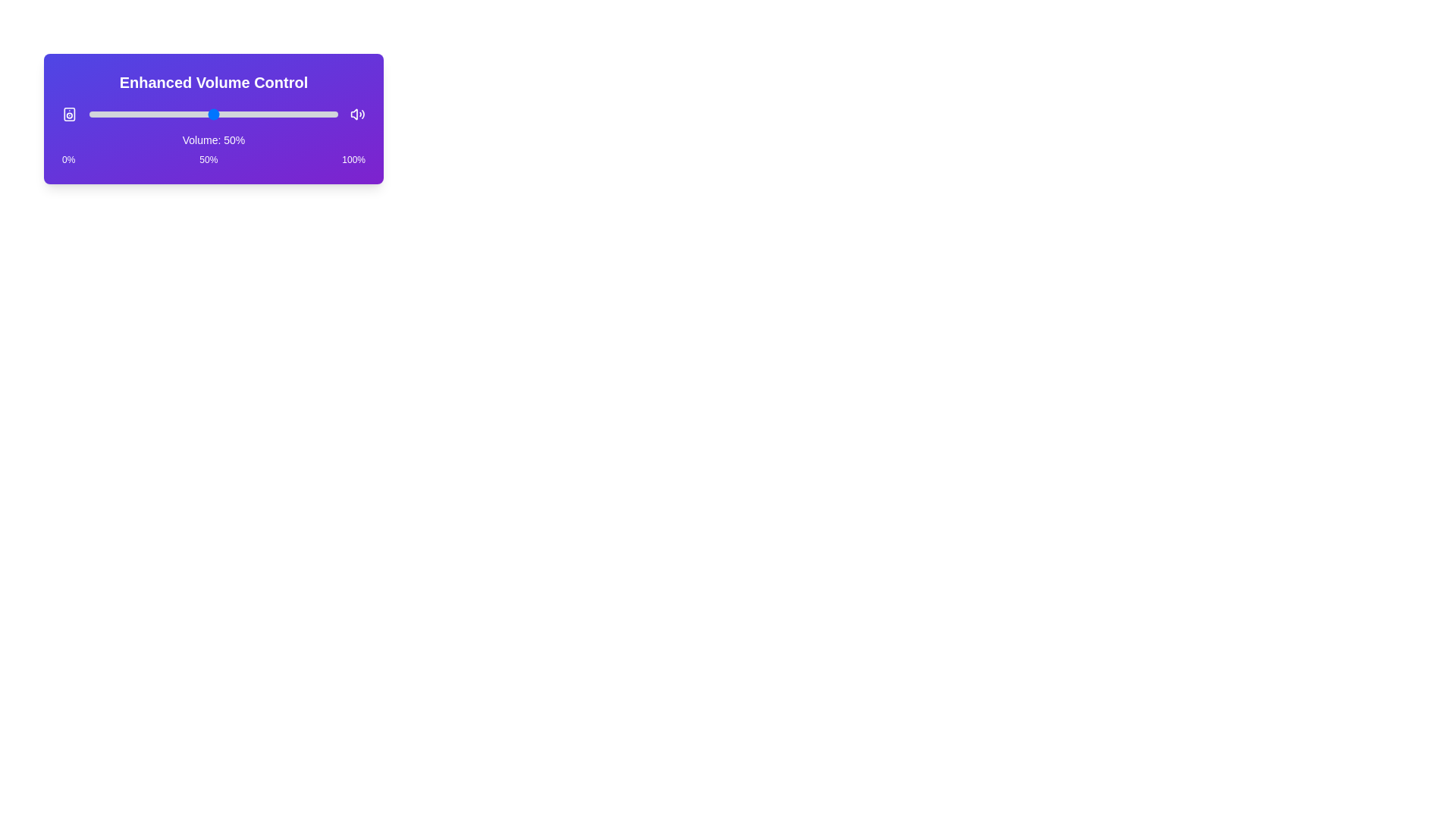 This screenshot has width=1456, height=819. I want to click on the speaker icon to the left of the slider, so click(68, 113).